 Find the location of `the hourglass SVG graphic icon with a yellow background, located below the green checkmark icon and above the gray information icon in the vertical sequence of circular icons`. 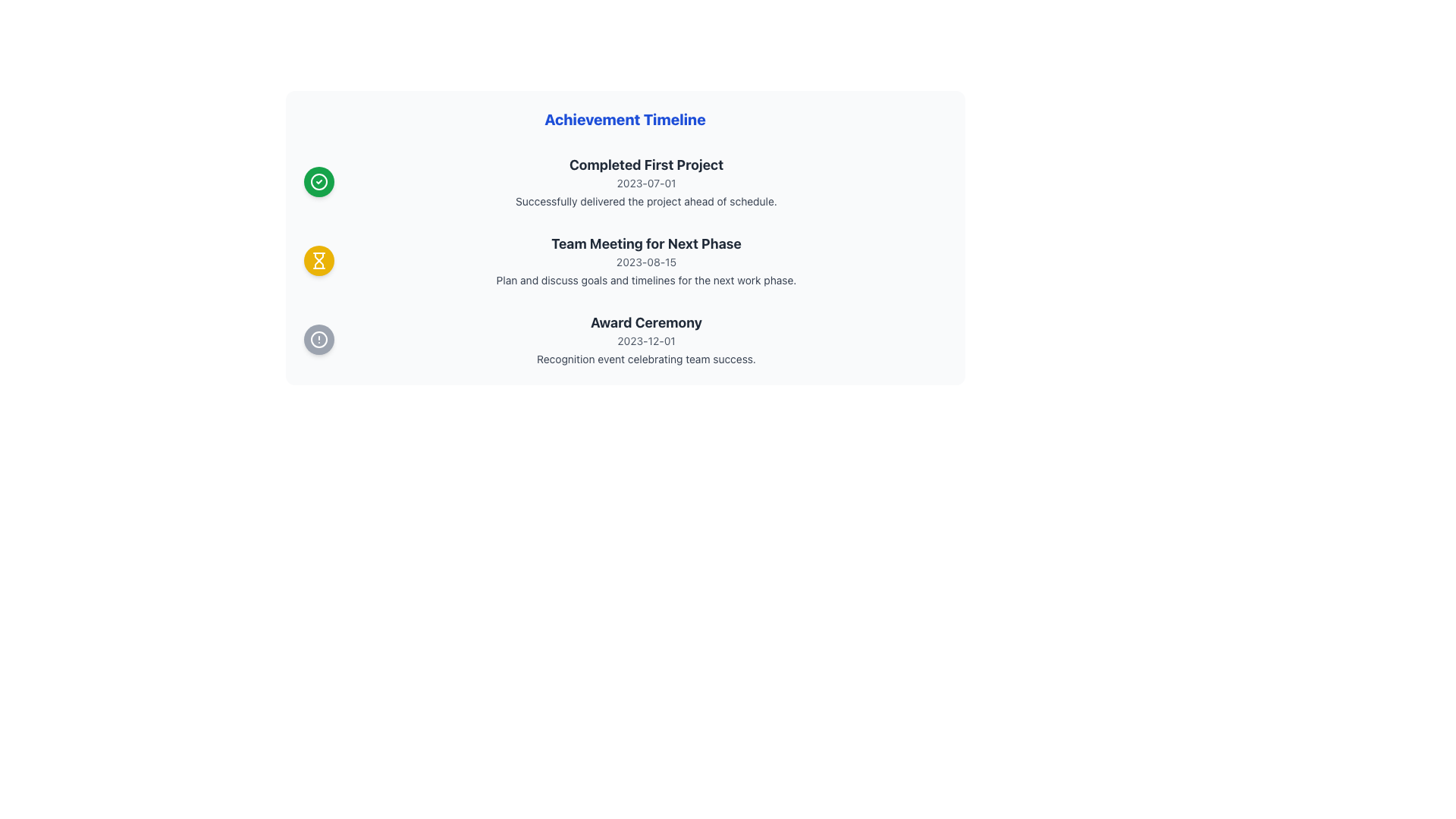

the hourglass SVG graphic icon with a yellow background, located below the green checkmark icon and above the gray information icon in the vertical sequence of circular icons is located at coordinates (318, 259).